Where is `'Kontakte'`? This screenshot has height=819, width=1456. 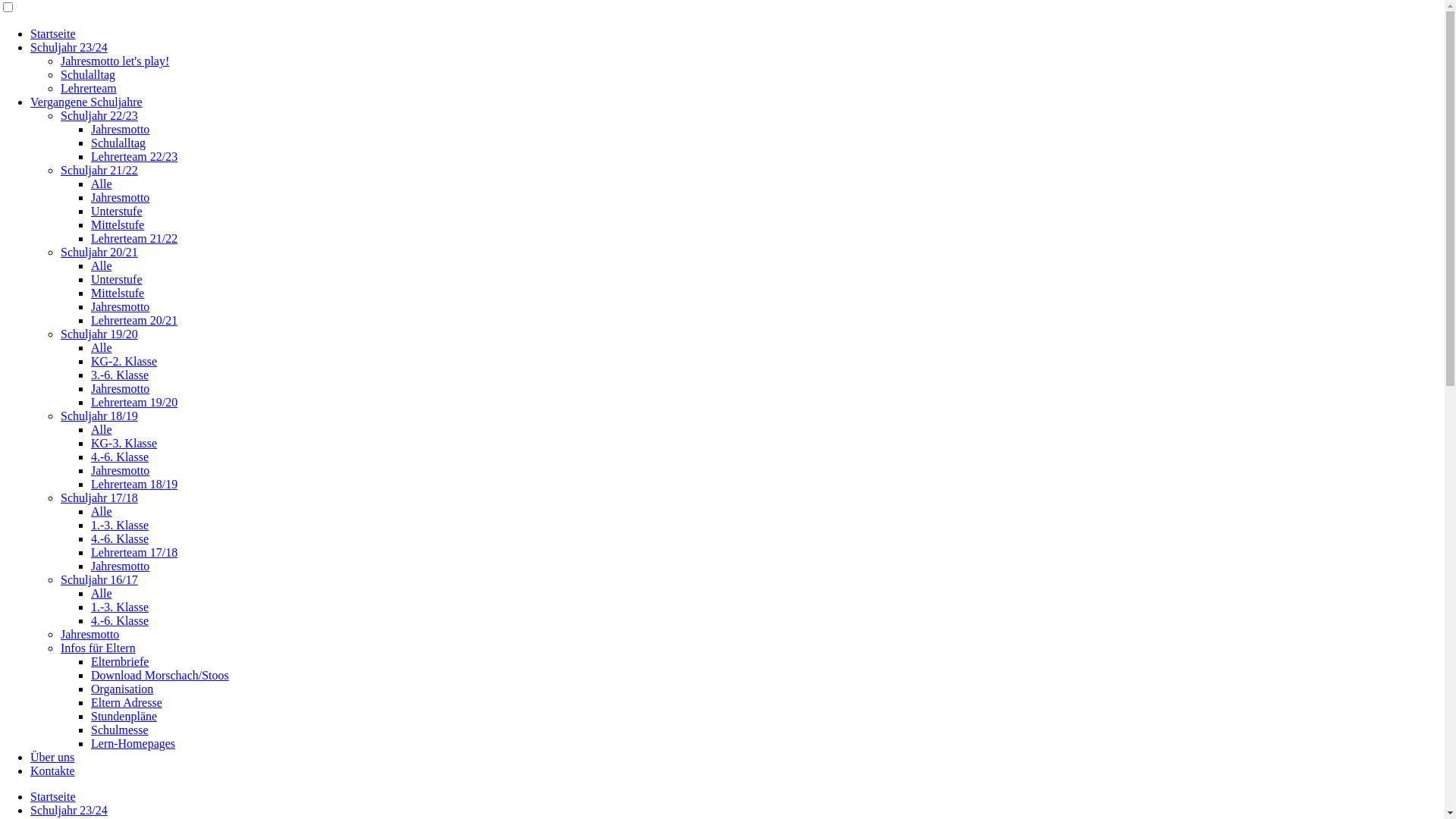 'Kontakte' is located at coordinates (30, 770).